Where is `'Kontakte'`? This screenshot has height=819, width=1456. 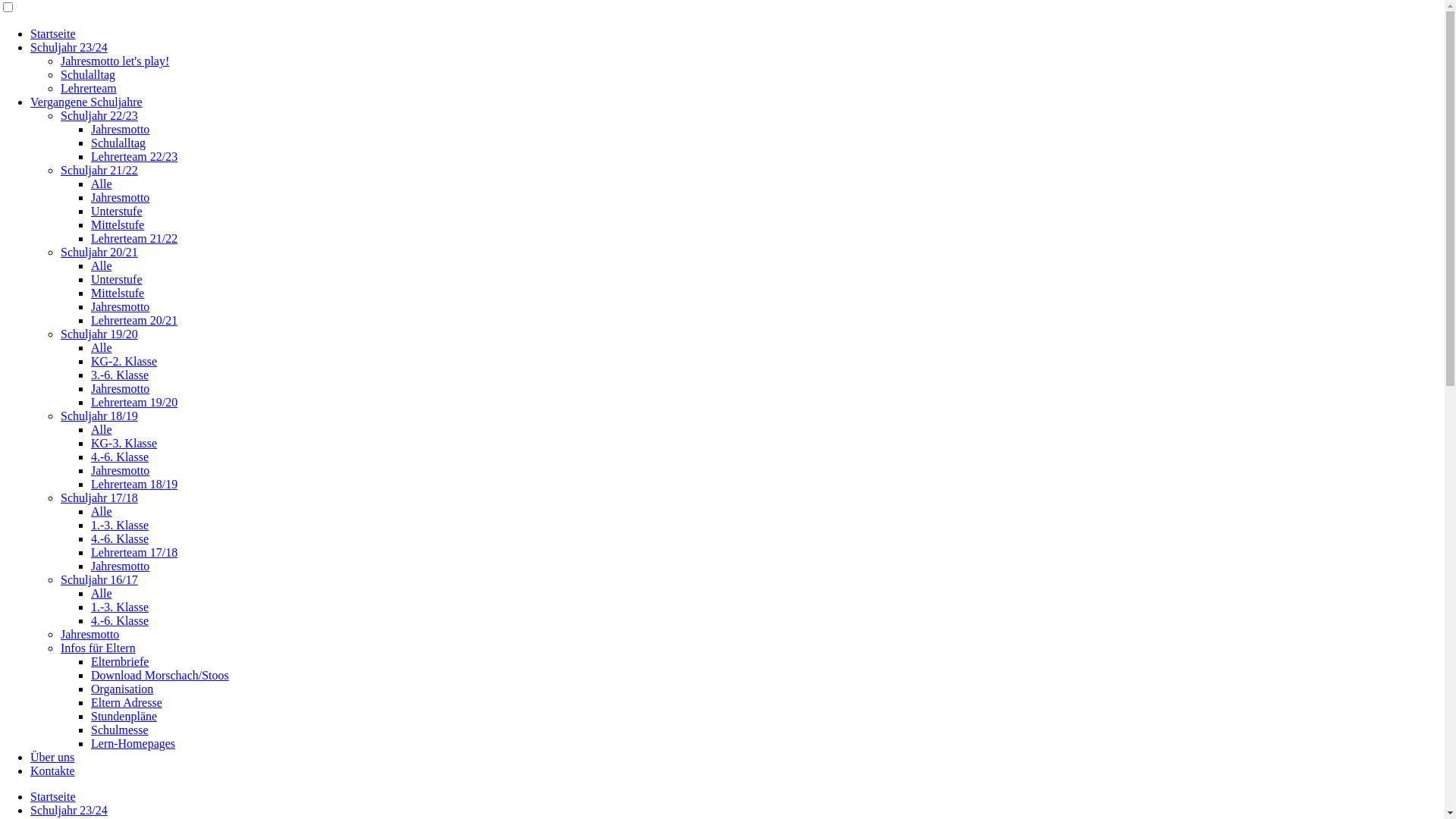 'Kontakte' is located at coordinates (30, 770).